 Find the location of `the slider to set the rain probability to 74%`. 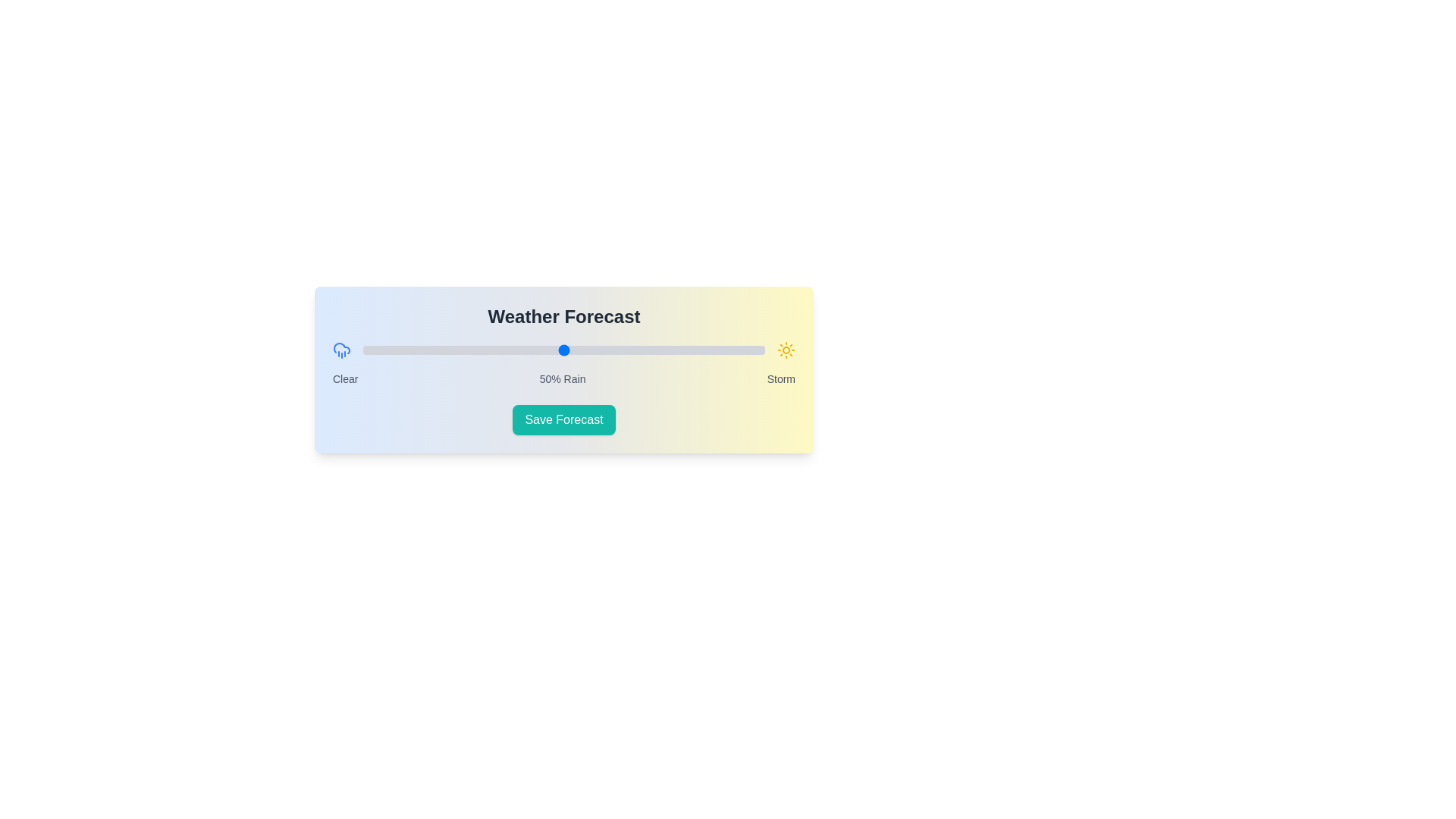

the slider to set the rain probability to 74% is located at coordinates (661, 350).